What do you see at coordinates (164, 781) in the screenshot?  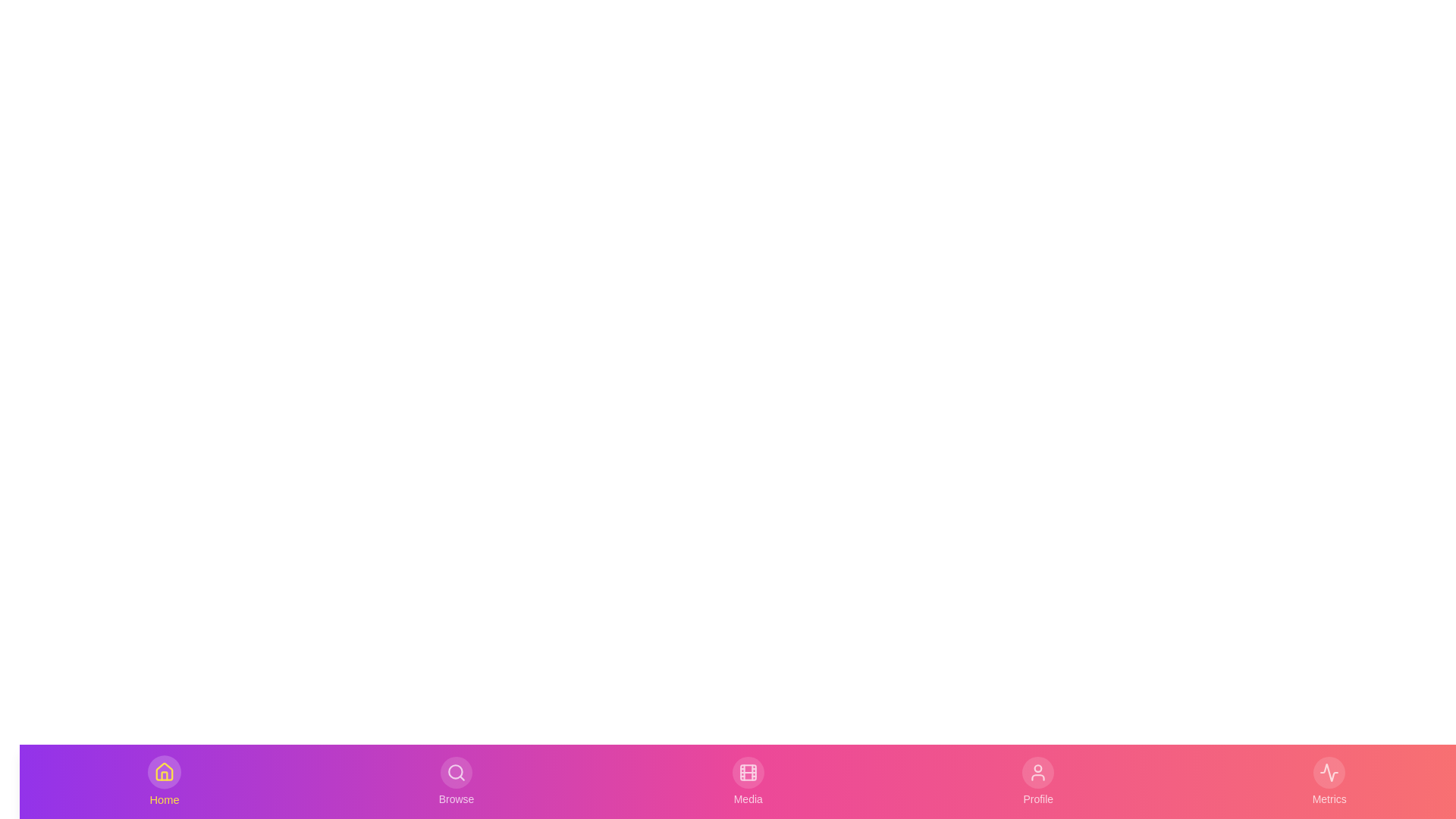 I see `the Home tab to view its interaction effects` at bounding box center [164, 781].